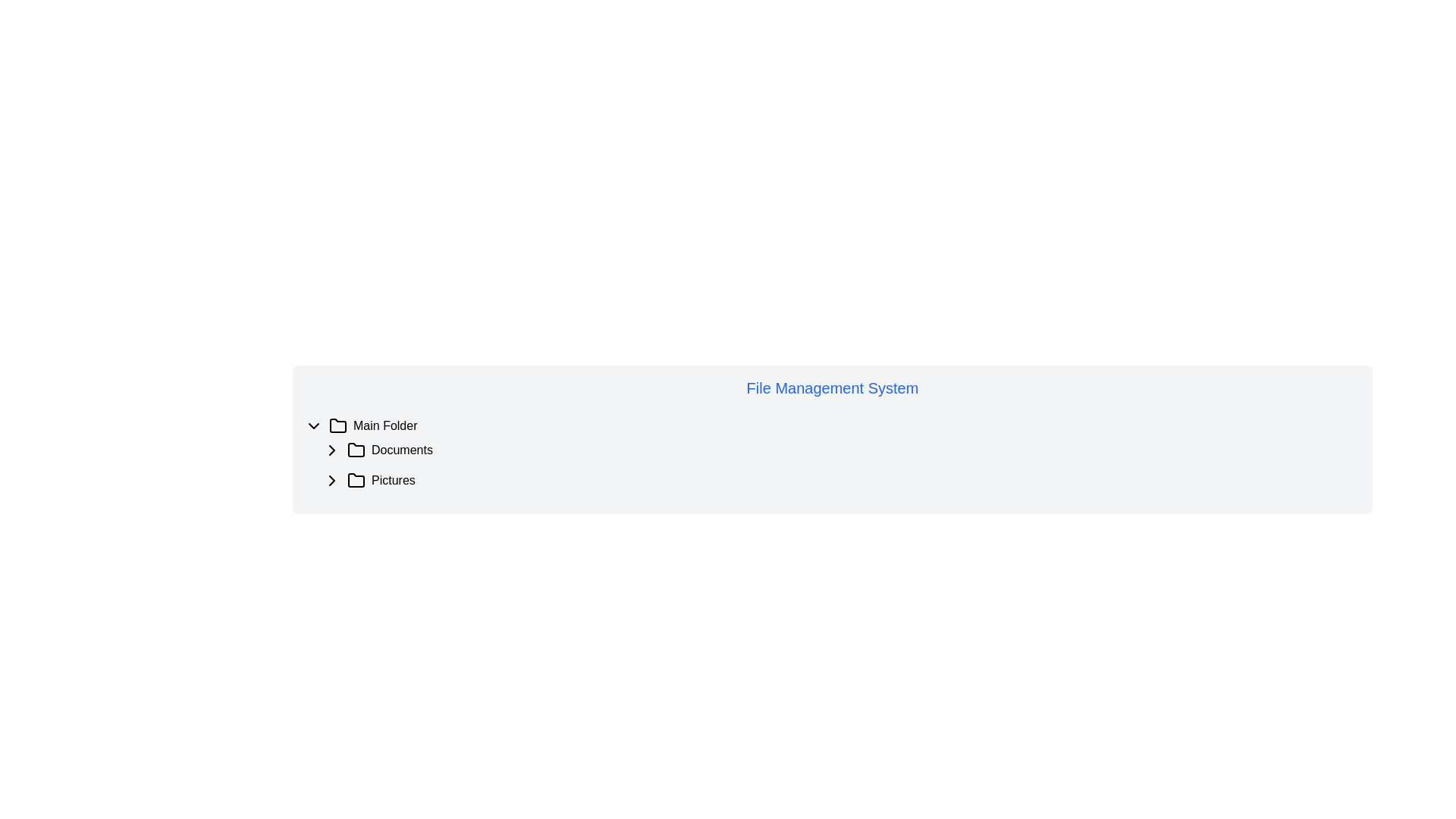 This screenshot has width=1456, height=819. Describe the element at coordinates (356, 480) in the screenshot. I see `the folder icon located before the 'Pictures' label in the vertical list of items to interact with the folder` at that location.